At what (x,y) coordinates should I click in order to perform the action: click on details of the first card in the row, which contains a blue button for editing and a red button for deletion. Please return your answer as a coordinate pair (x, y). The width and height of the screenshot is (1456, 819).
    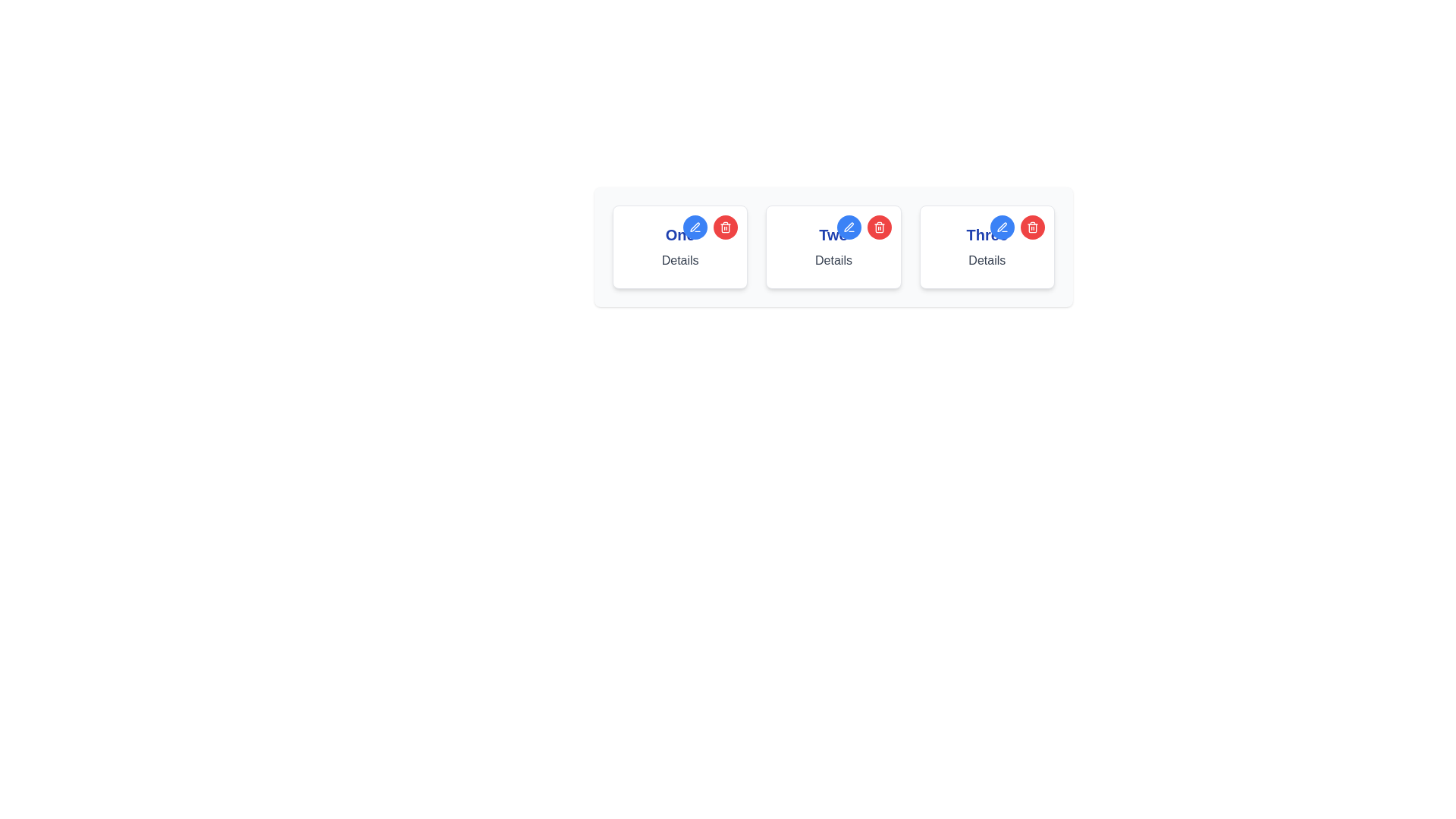
    Looking at the image, I should click on (679, 246).